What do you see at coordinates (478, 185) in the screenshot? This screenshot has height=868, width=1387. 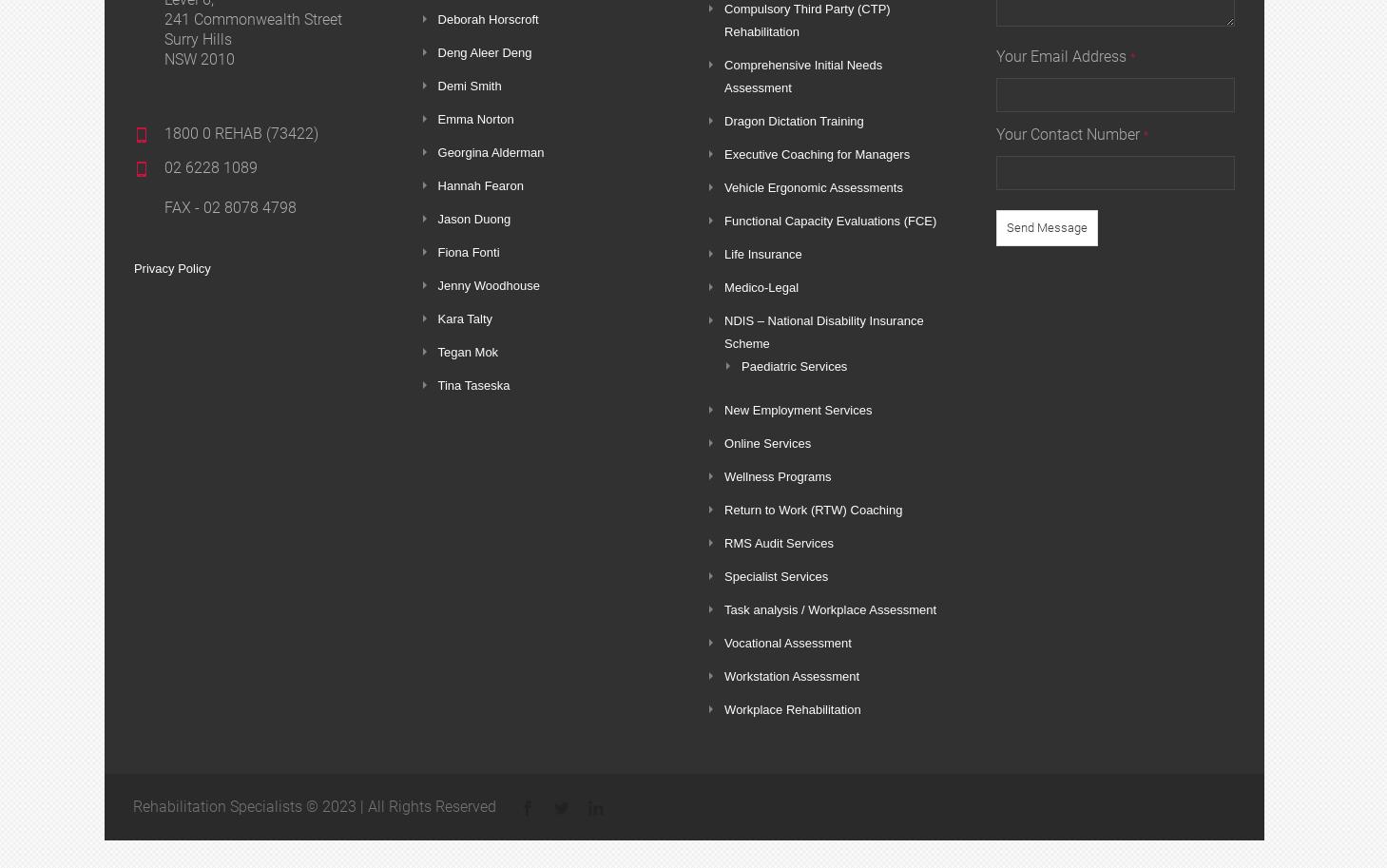 I see `'Hannah Fearon'` at bounding box center [478, 185].